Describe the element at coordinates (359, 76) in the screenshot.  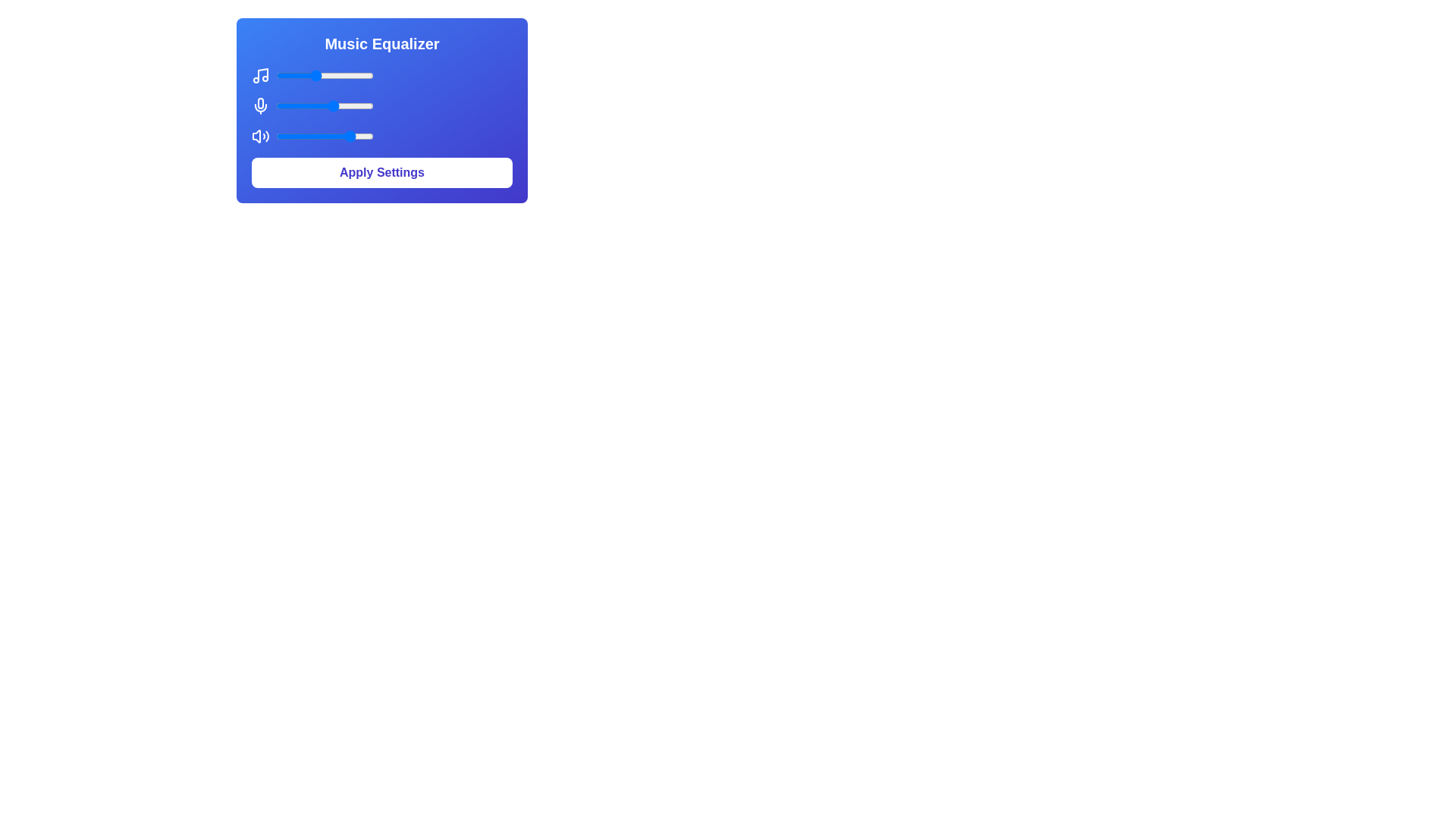
I see `the music level` at that location.